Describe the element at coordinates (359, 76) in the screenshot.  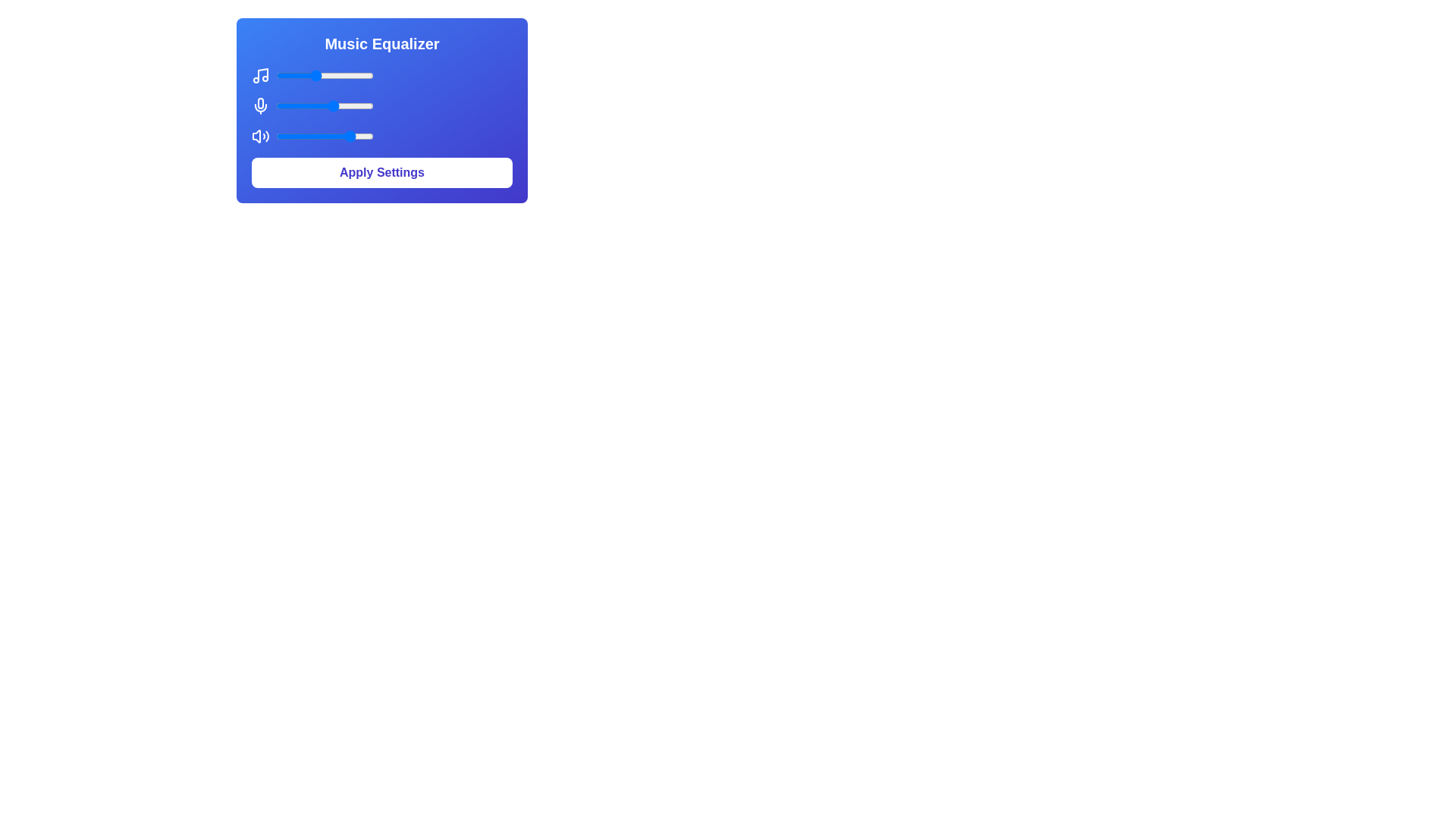
I see `the music level` at that location.